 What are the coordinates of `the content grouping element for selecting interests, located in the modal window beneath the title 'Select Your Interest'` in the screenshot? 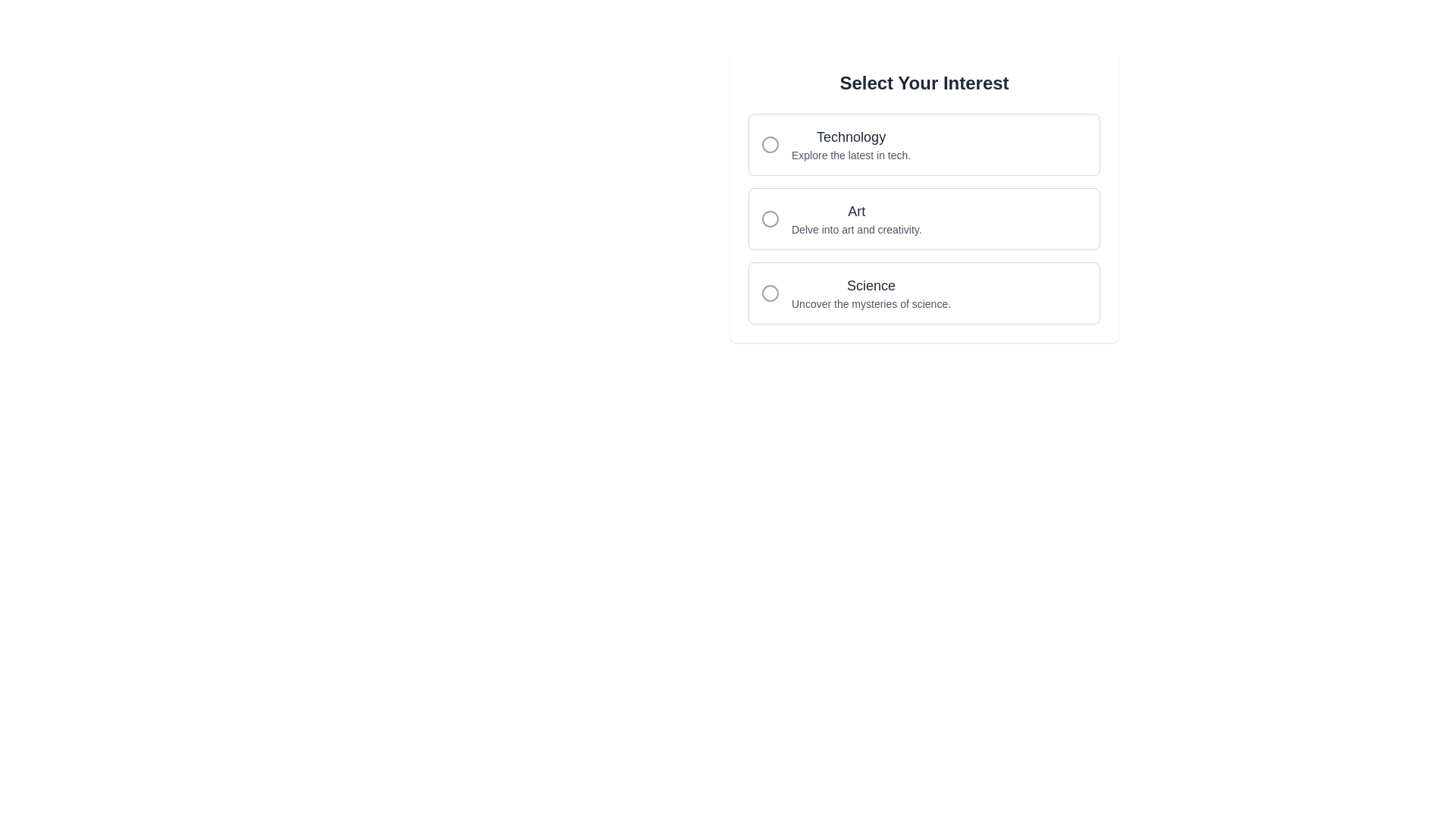 It's located at (924, 197).